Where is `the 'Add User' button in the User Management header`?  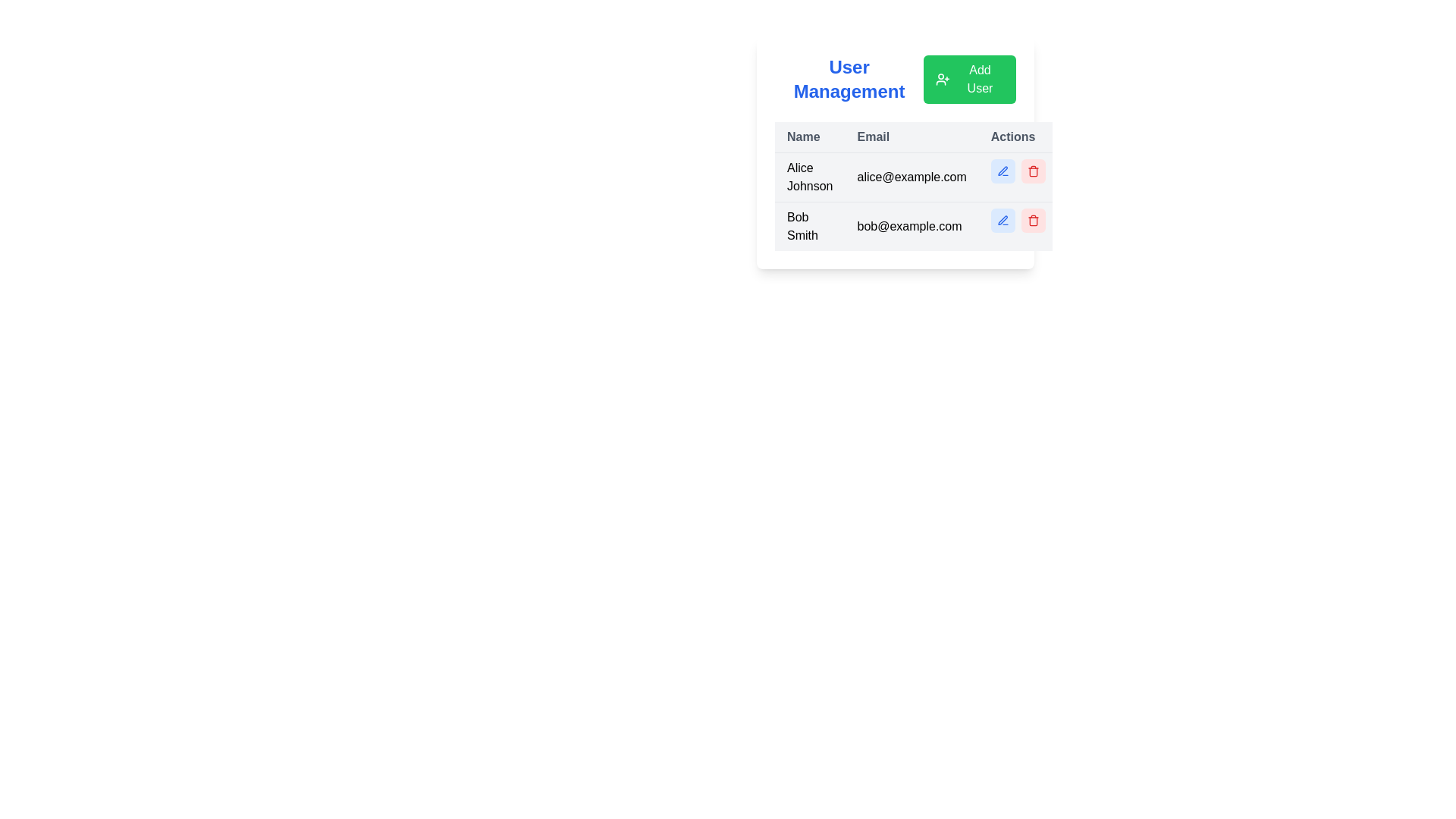 the 'Add User' button in the User Management header is located at coordinates (895, 79).